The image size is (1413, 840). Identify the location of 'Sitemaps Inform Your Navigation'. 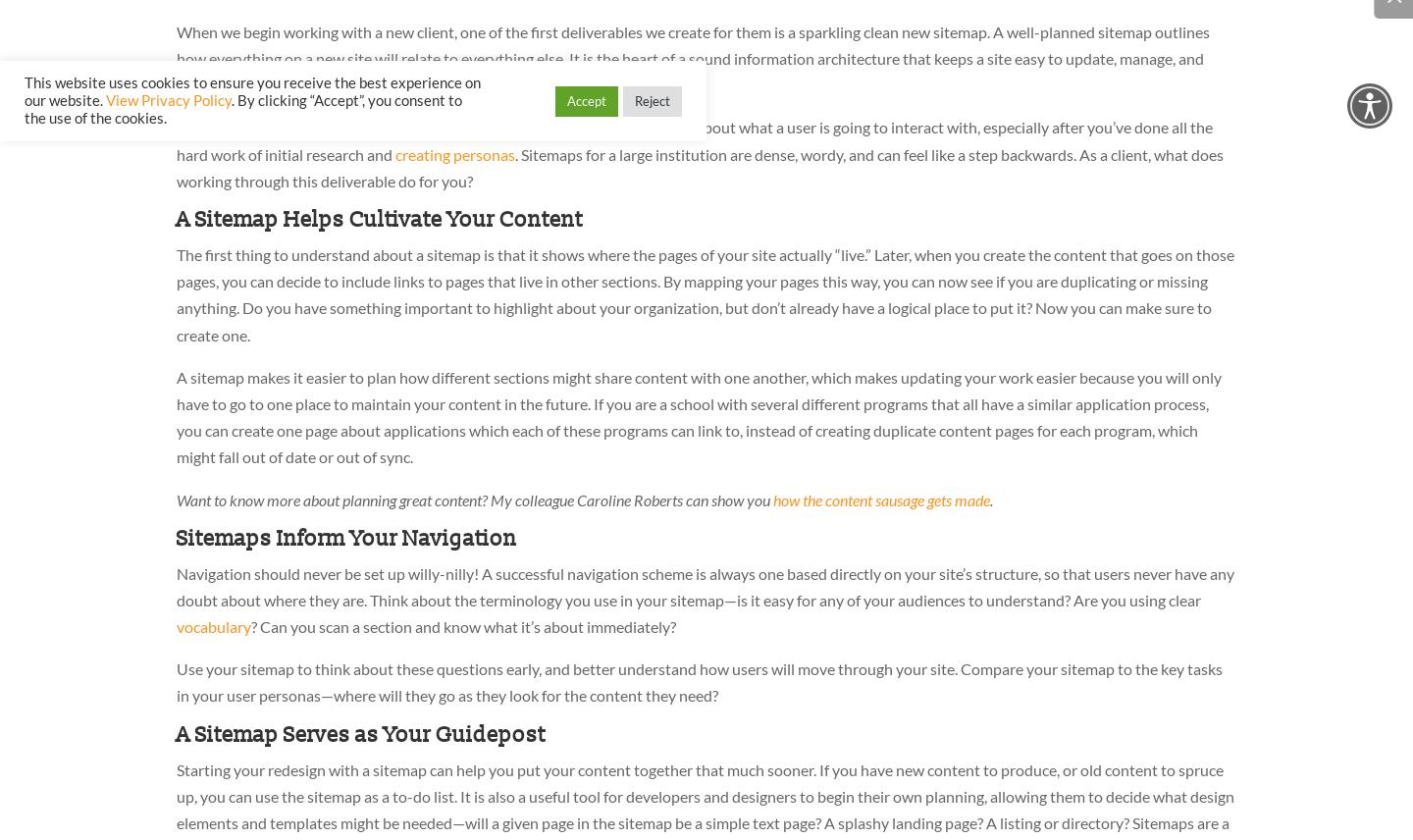
(346, 537).